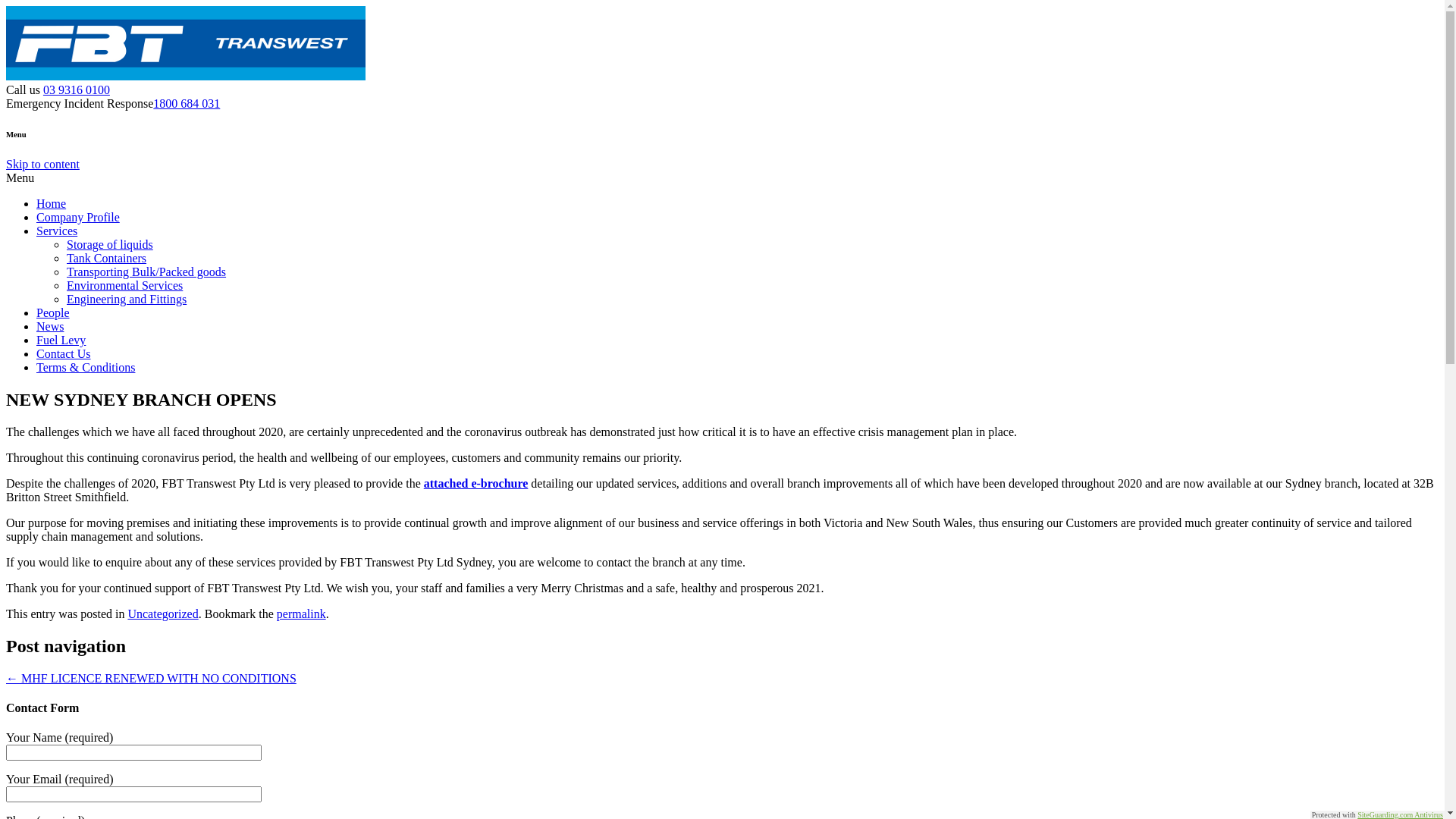  What do you see at coordinates (61, 339) in the screenshot?
I see `'Fuel Levy'` at bounding box center [61, 339].